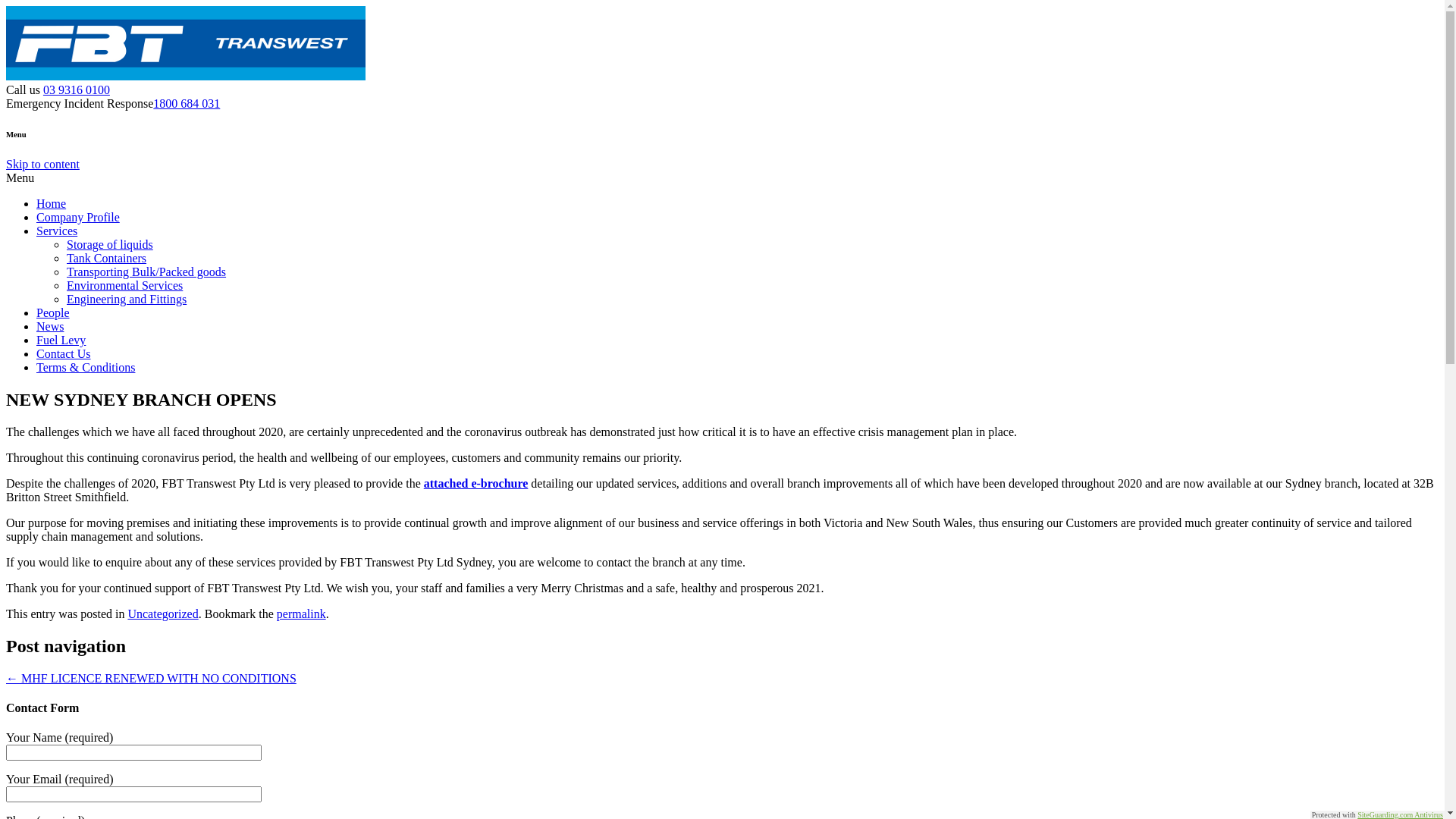  What do you see at coordinates (61, 339) in the screenshot?
I see `'Fuel Levy'` at bounding box center [61, 339].